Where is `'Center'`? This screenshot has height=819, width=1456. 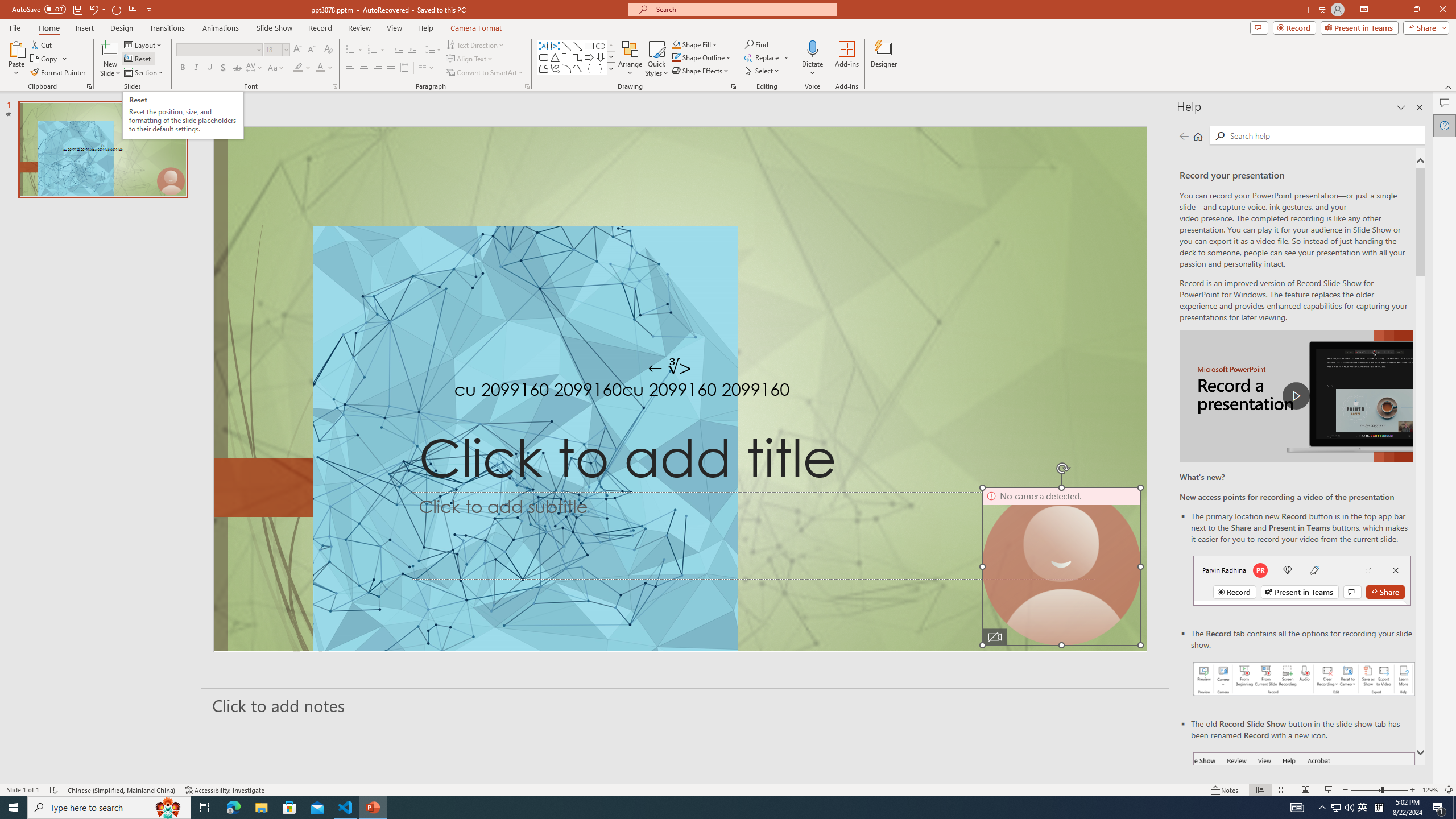 'Center' is located at coordinates (364, 67).